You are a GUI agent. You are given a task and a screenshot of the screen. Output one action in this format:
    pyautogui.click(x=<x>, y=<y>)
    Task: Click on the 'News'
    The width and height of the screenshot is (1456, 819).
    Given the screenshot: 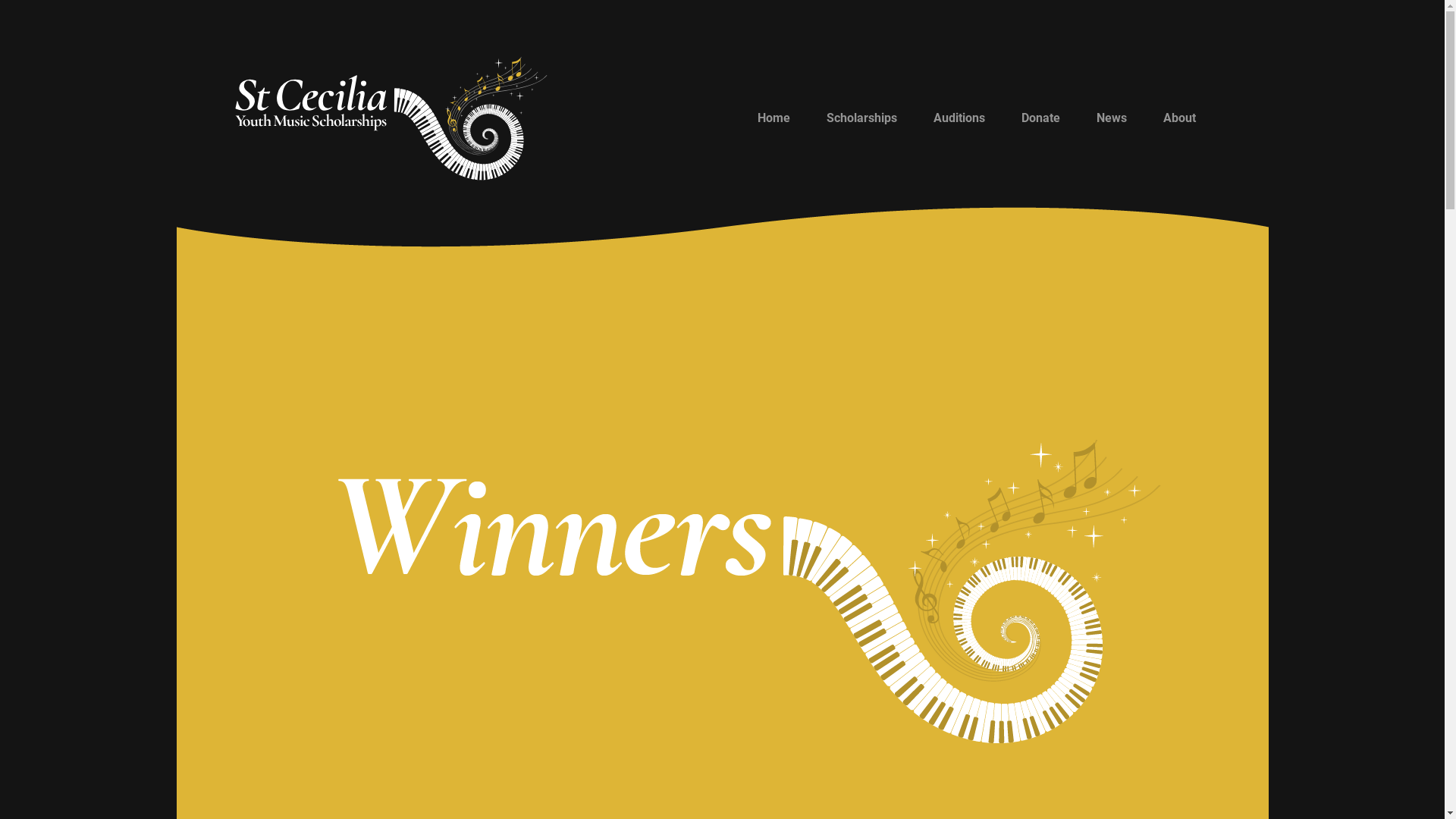 What is the action you would take?
    pyautogui.click(x=1077, y=117)
    